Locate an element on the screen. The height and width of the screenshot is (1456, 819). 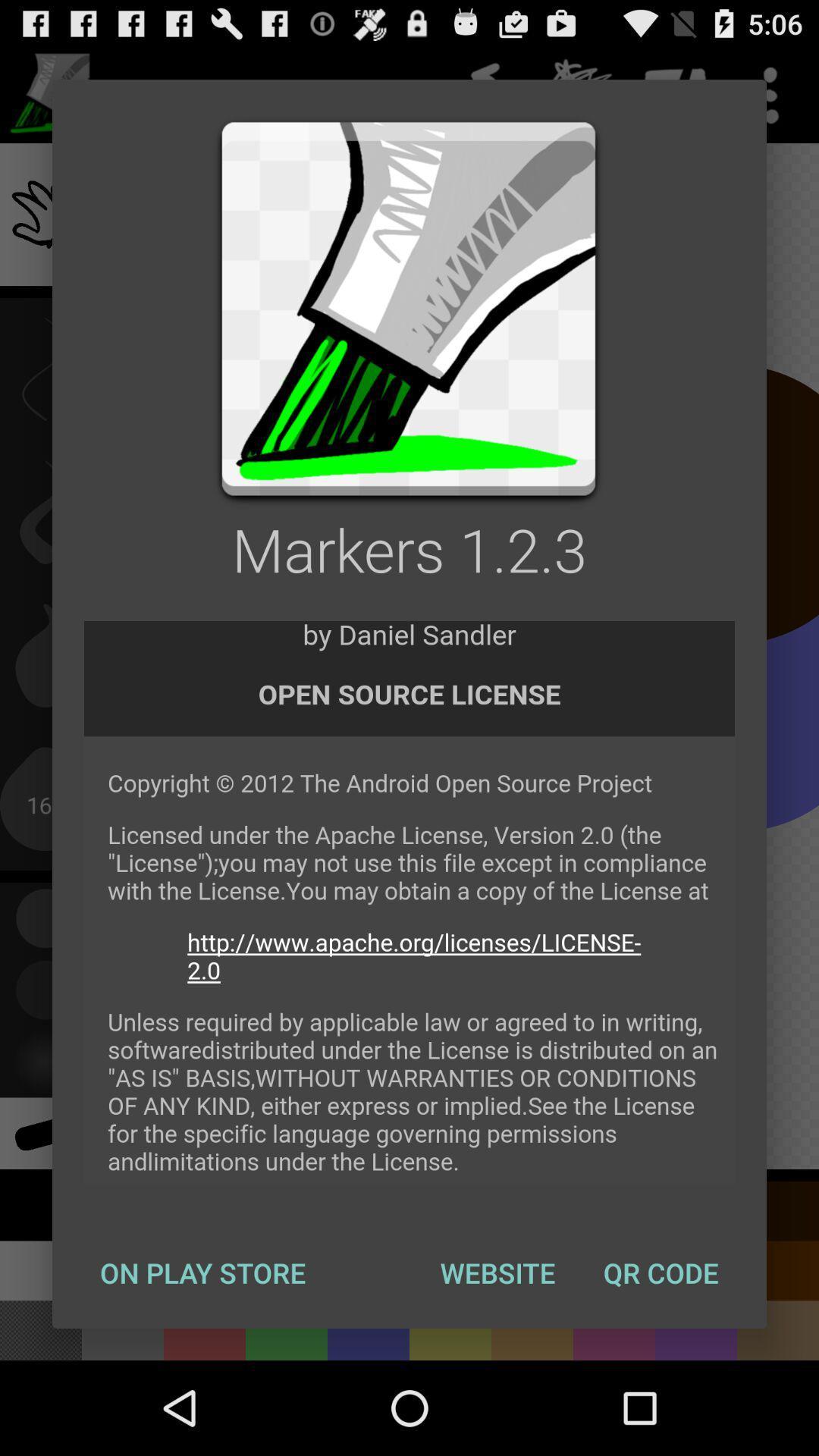
license box is located at coordinates (409, 902).